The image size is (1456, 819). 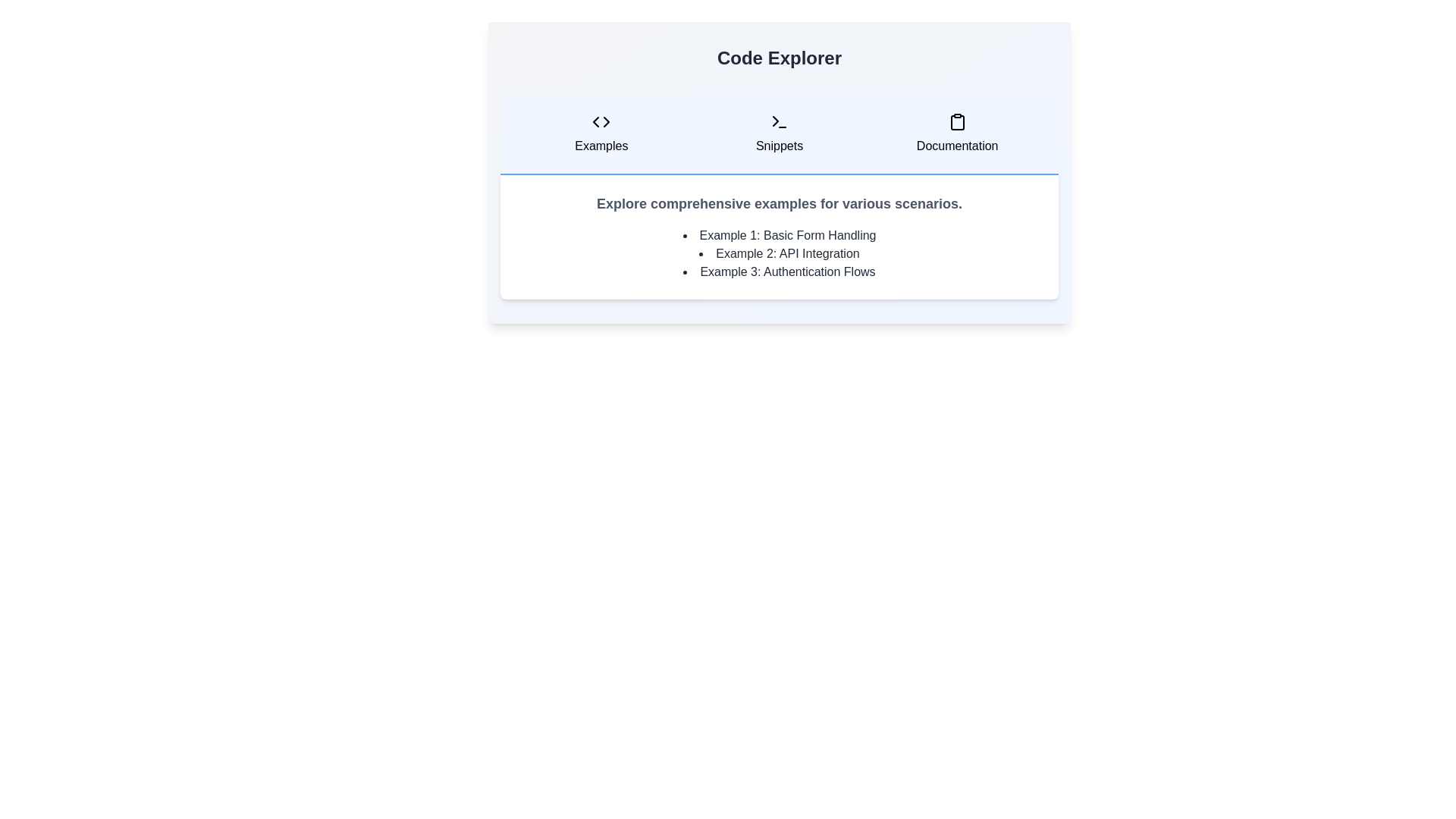 I want to click on the Tab Navigation element located below the 'Code Explorer' header, so click(x=779, y=133).